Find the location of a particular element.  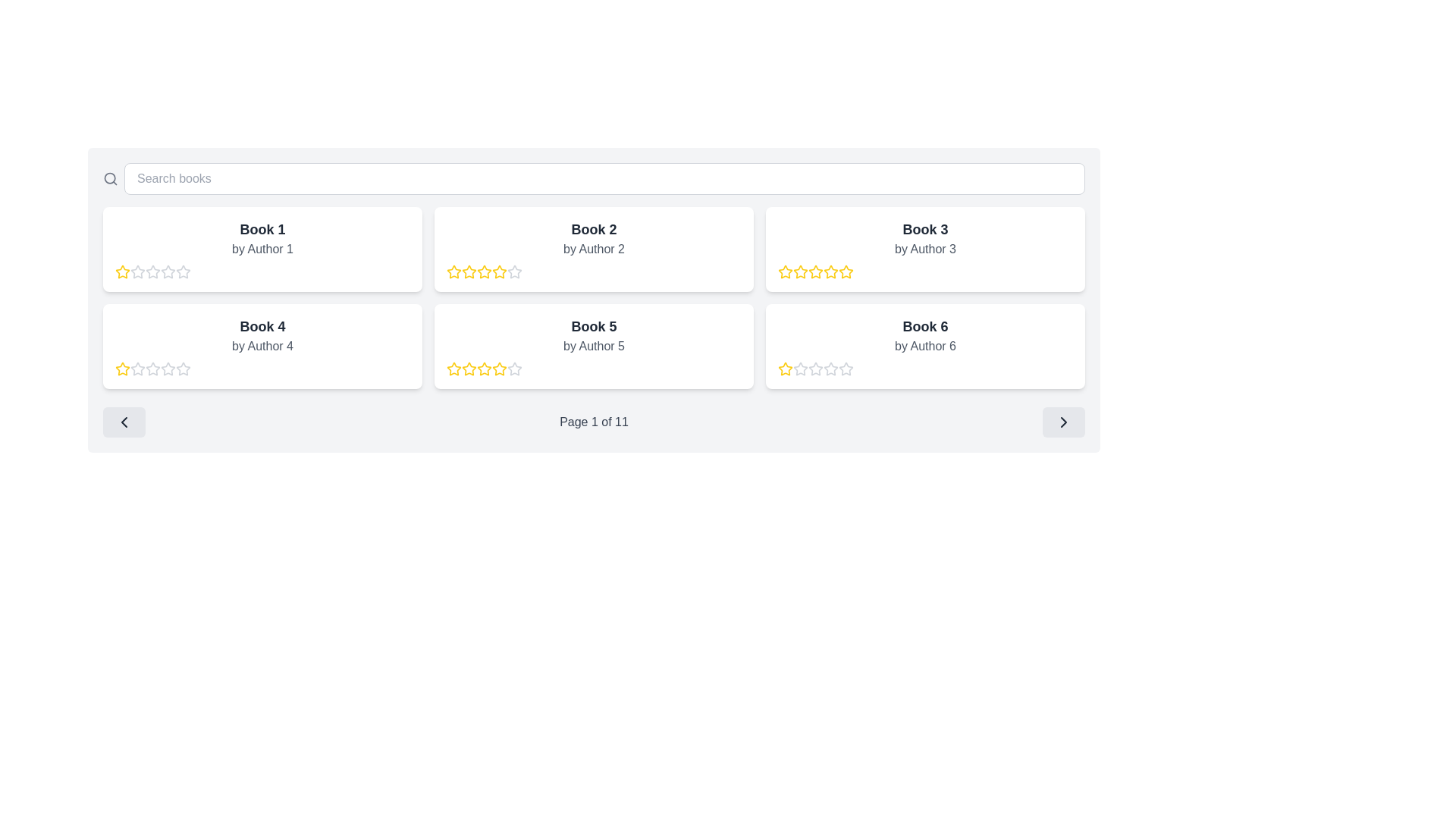

the rating display for 'Book 1' by 'Author 1', which consists of five stars with the first star filled in yellow and the rest outlined in gray, located directly beneath the author line is located at coordinates (262, 271).